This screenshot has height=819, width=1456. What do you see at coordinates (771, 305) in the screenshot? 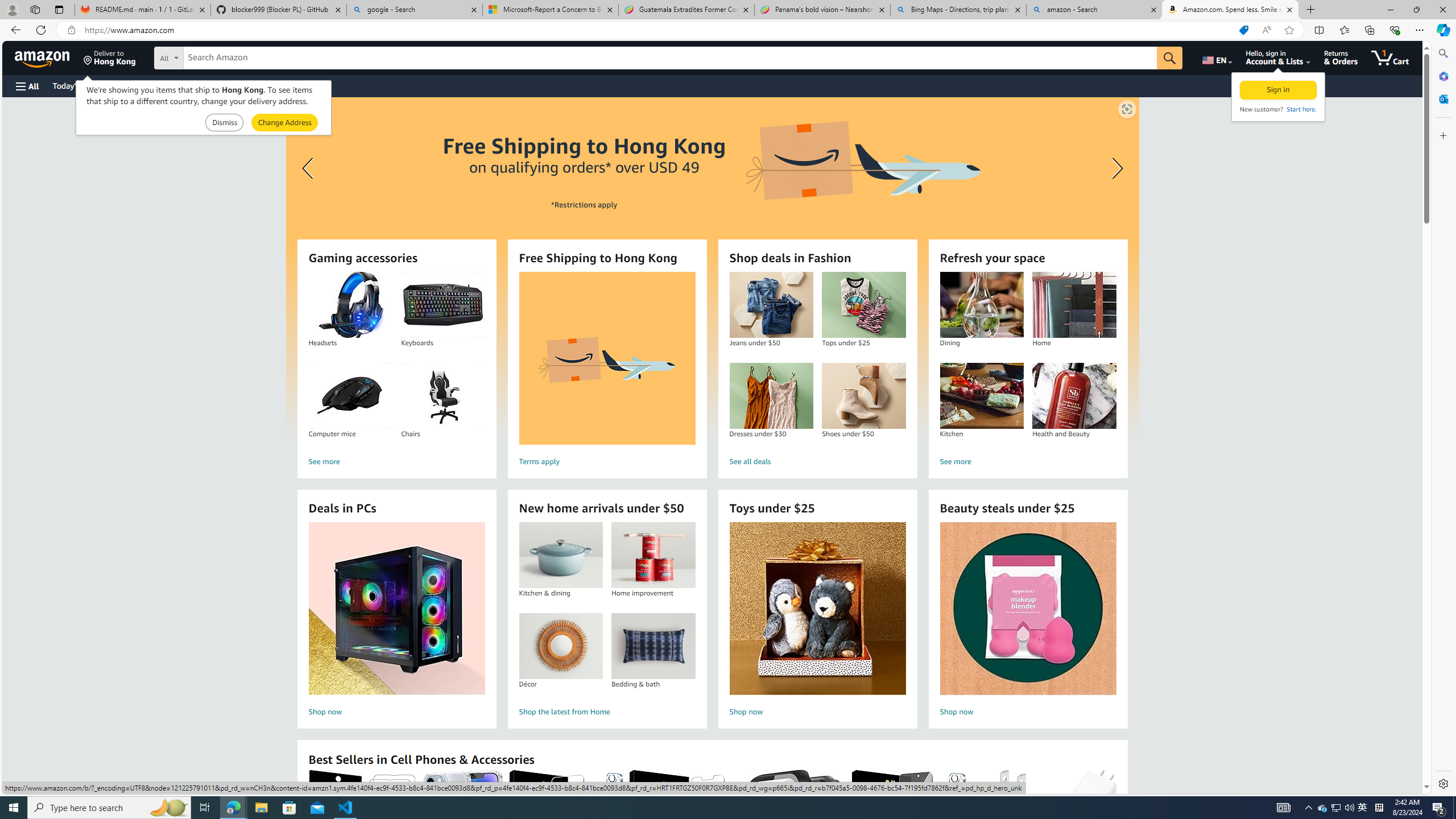
I see `'Jeans under $50'` at bounding box center [771, 305].